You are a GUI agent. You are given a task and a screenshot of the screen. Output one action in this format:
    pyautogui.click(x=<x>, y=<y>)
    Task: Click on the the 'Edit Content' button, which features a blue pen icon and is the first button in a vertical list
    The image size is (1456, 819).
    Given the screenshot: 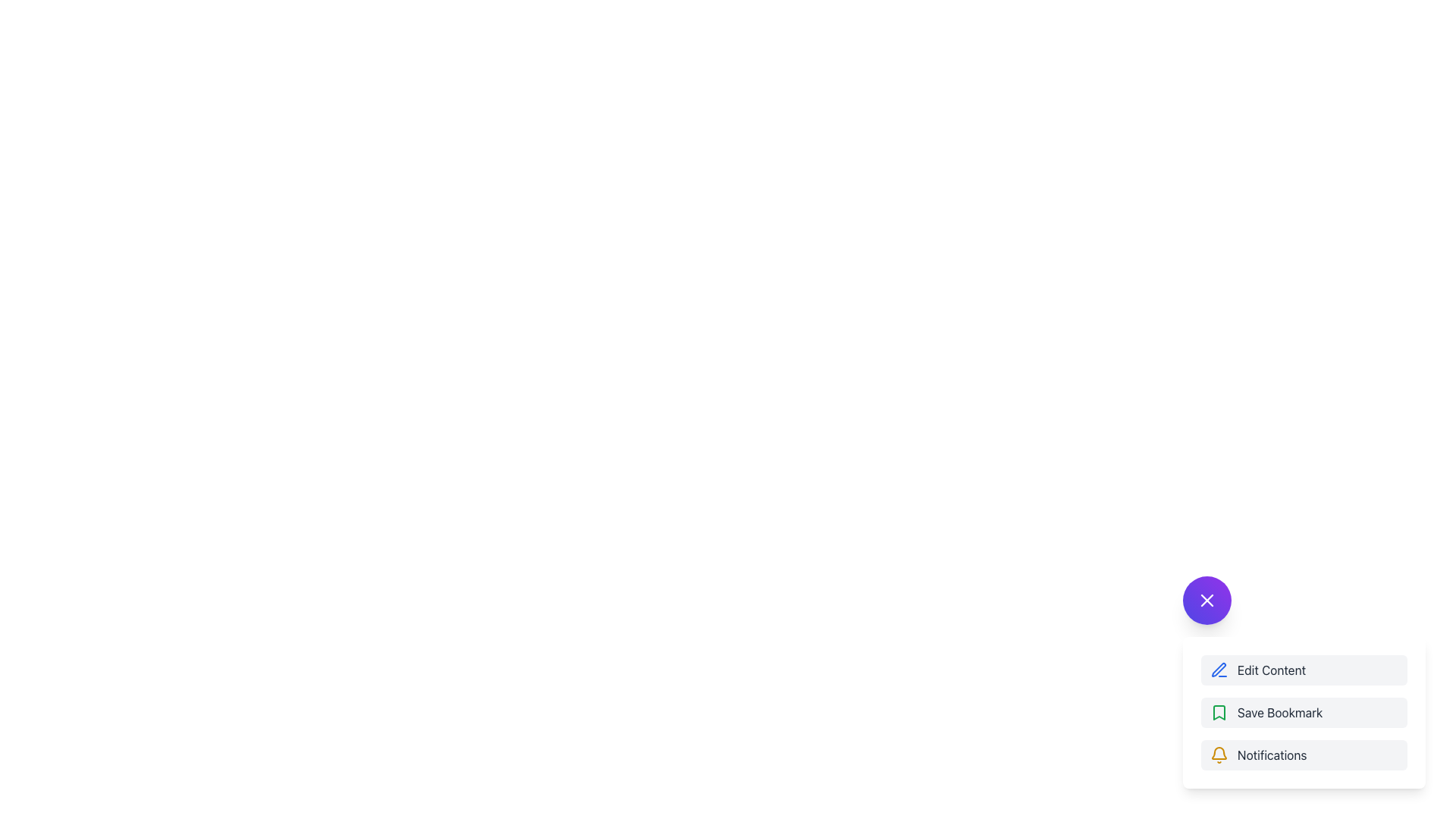 What is the action you would take?
    pyautogui.click(x=1303, y=681)
    